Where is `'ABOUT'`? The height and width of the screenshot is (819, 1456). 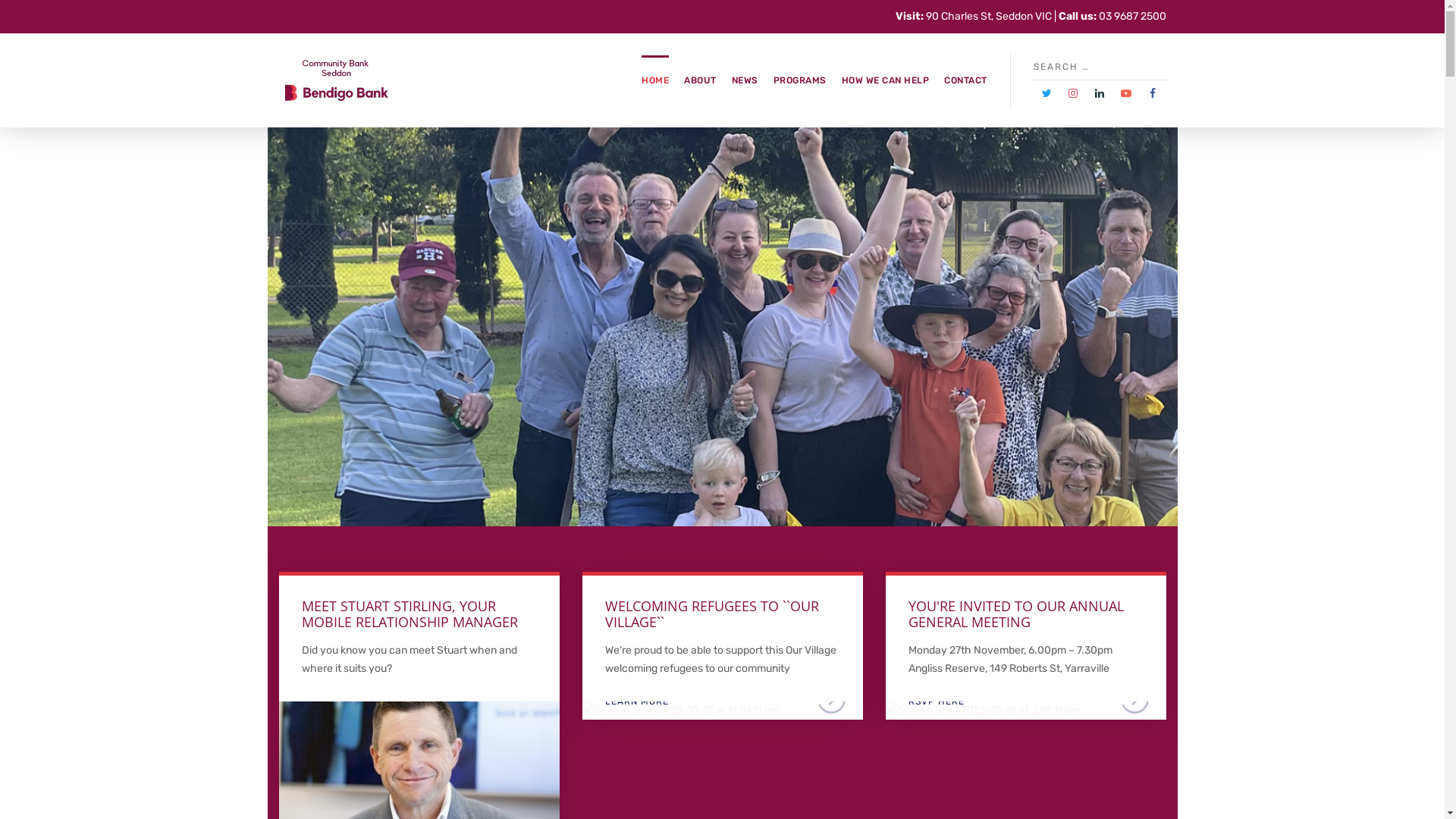 'ABOUT' is located at coordinates (699, 80).